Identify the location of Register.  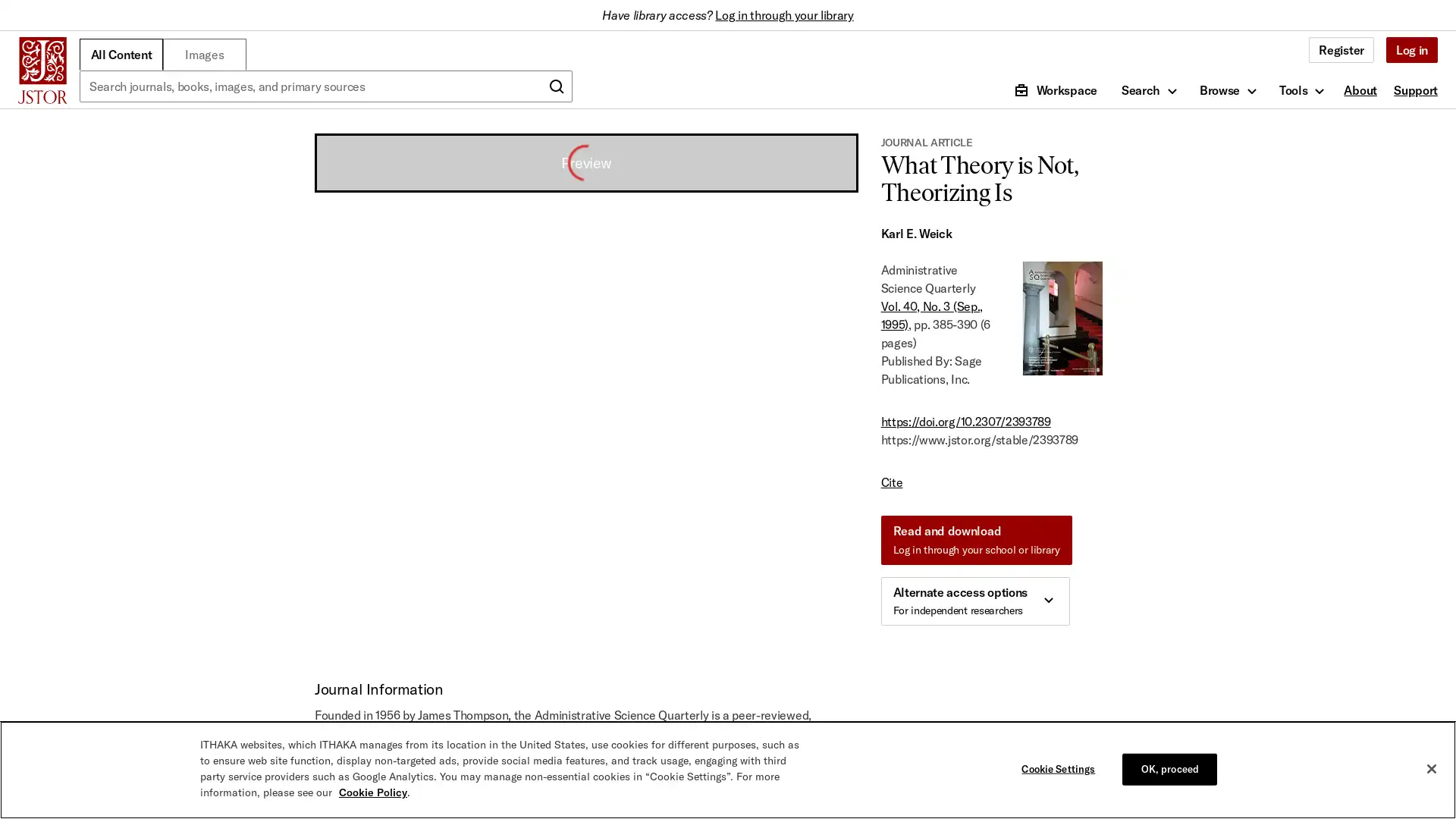
(1341, 49).